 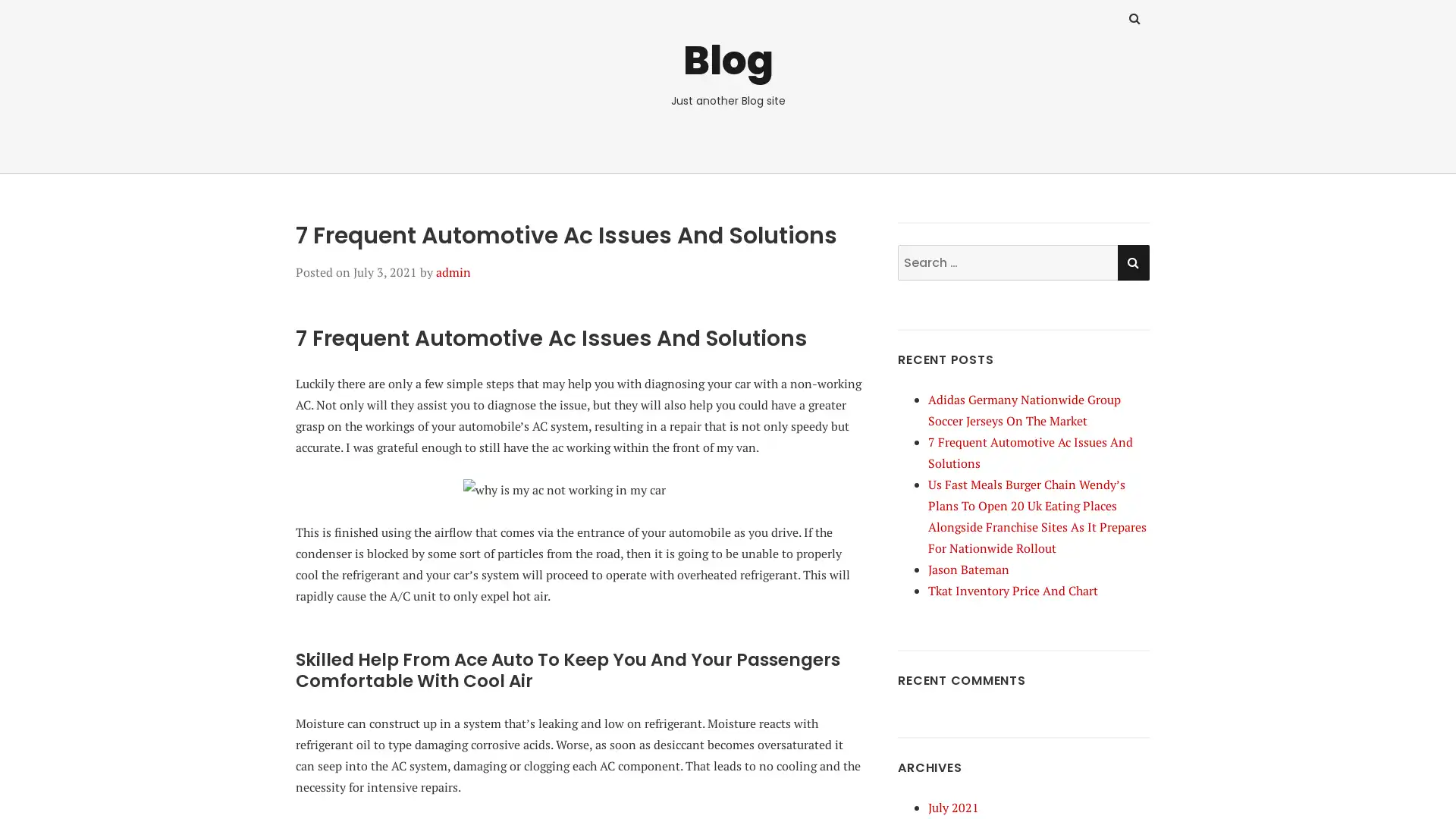 What do you see at coordinates (1132, 261) in the screenshot?
I see `SEARCH` at bounding box center [1132, 261].